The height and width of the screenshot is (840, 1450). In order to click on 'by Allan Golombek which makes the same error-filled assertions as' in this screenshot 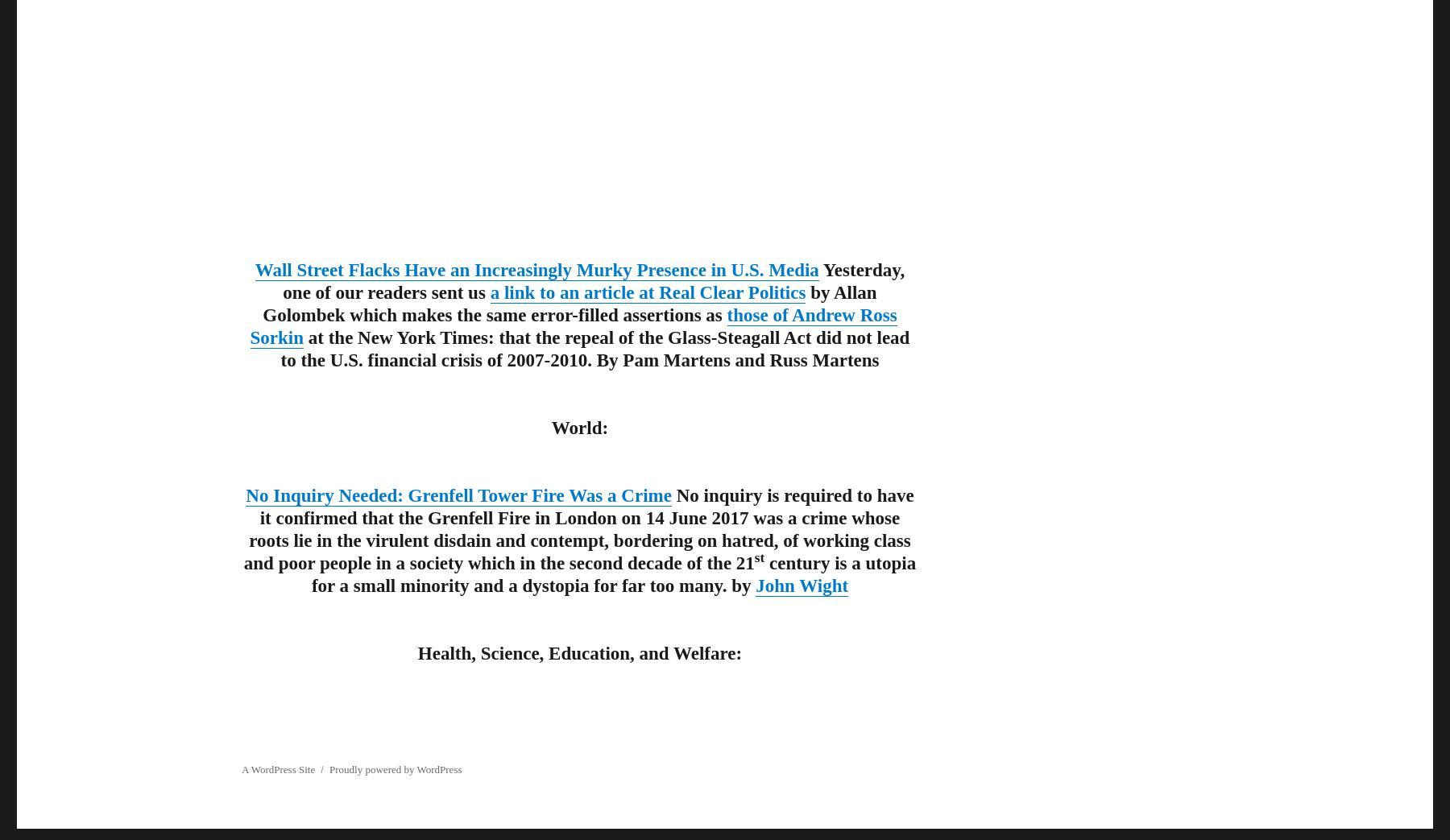, I will do `click(569, 303)`.